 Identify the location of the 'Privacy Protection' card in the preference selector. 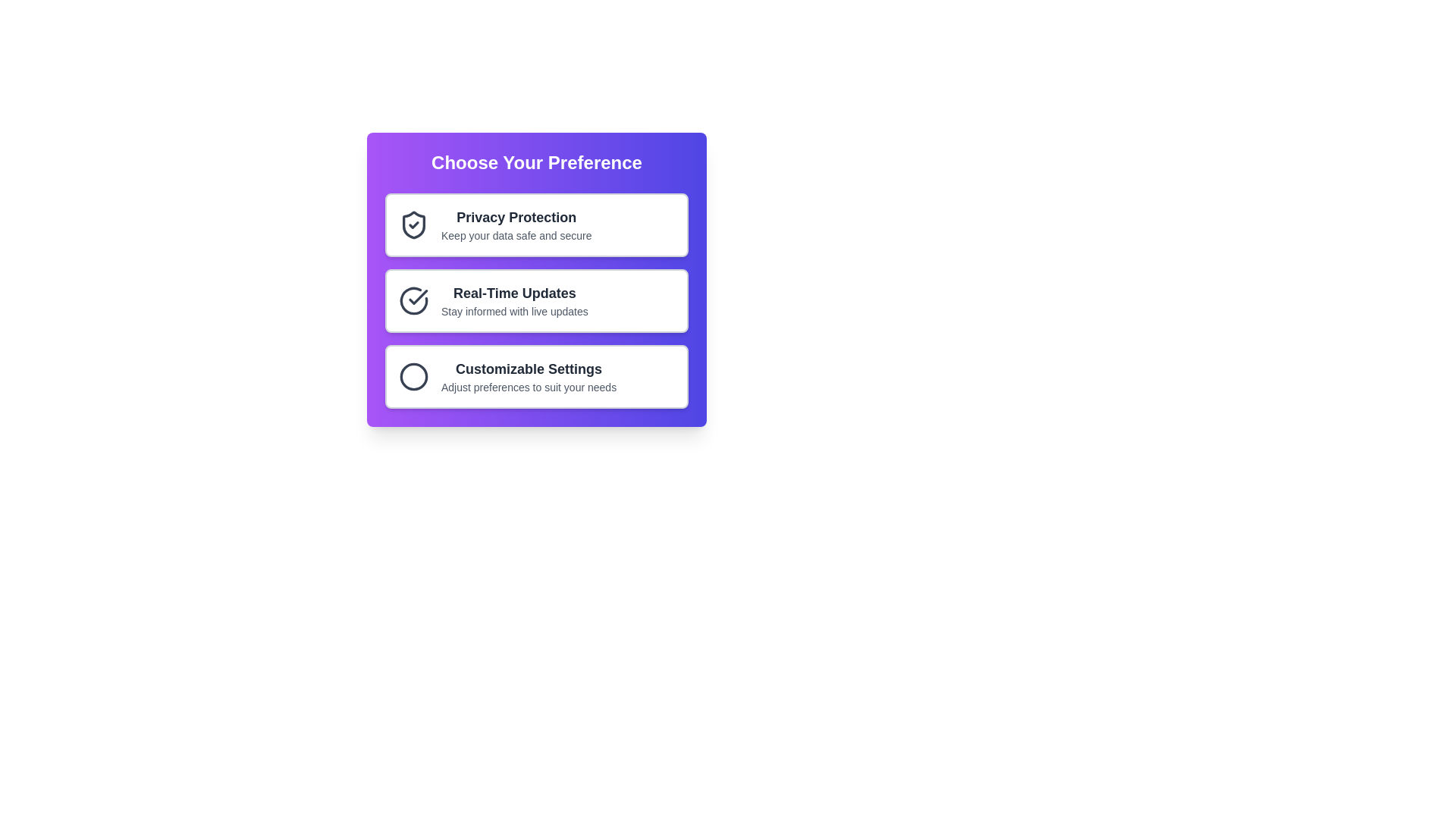
(537, 225).